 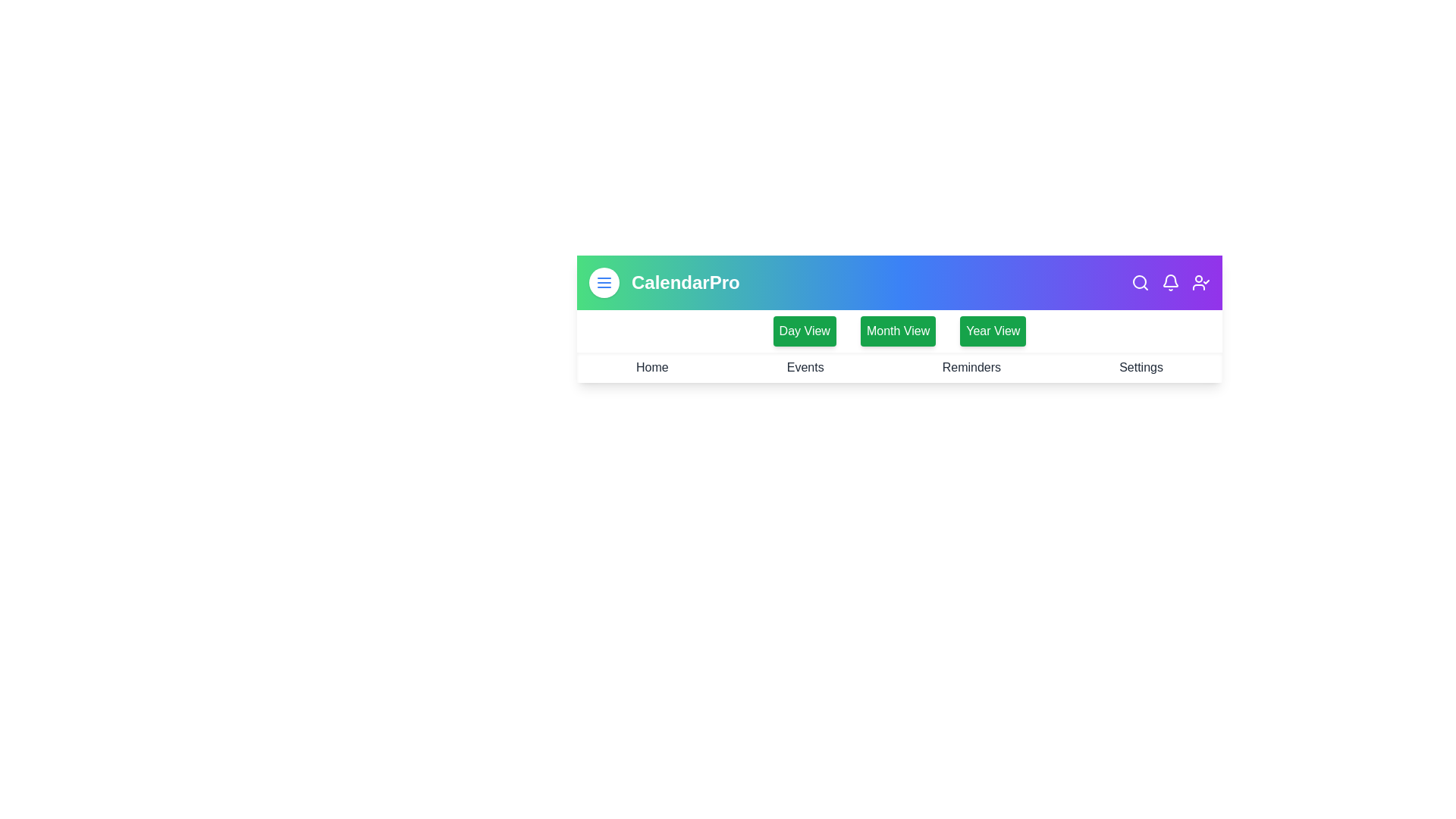 I want to click on the navigation link labeled Home, so click(x=651, y=368).